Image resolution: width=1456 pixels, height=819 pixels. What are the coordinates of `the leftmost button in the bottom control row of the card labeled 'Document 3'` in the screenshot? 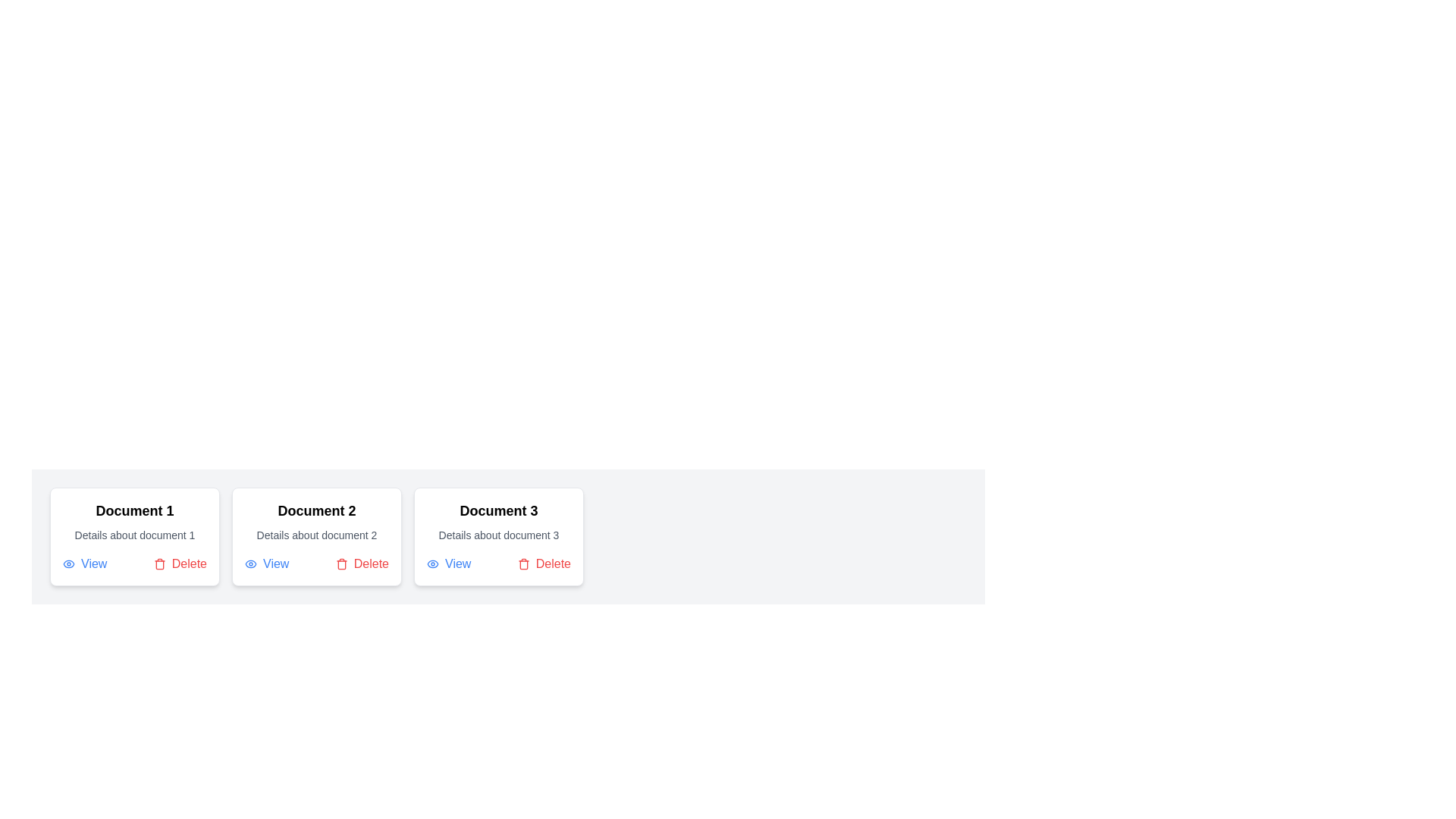 It's located at (448, 564).